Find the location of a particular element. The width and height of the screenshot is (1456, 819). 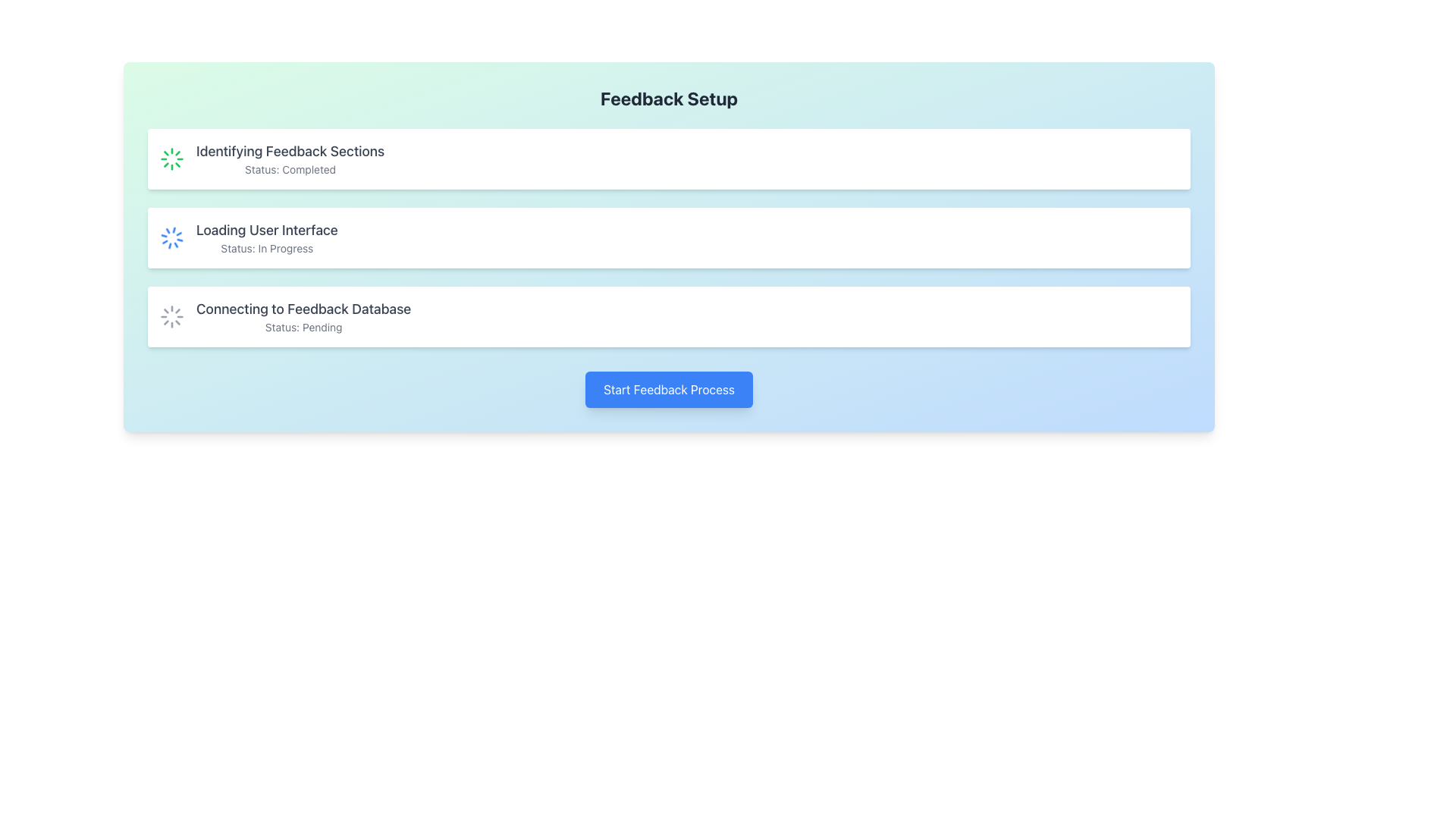

the static text display element that shows the title 'Loading User Interface' and subtitle 'Status: In Progress', which is the second item in a vertically stacked list of sections is located at coordinates (267, 237).